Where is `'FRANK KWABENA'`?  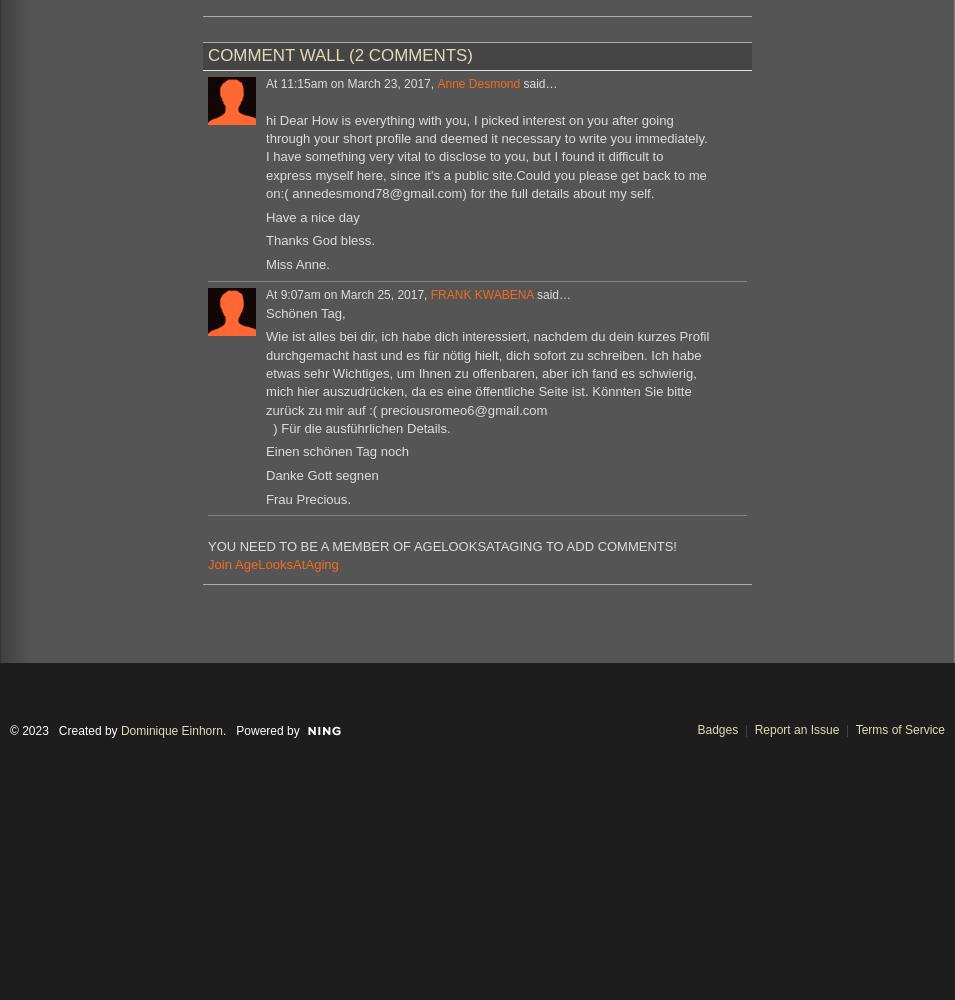
'FRANK KWABENA' is located at coordinates (481, 295).